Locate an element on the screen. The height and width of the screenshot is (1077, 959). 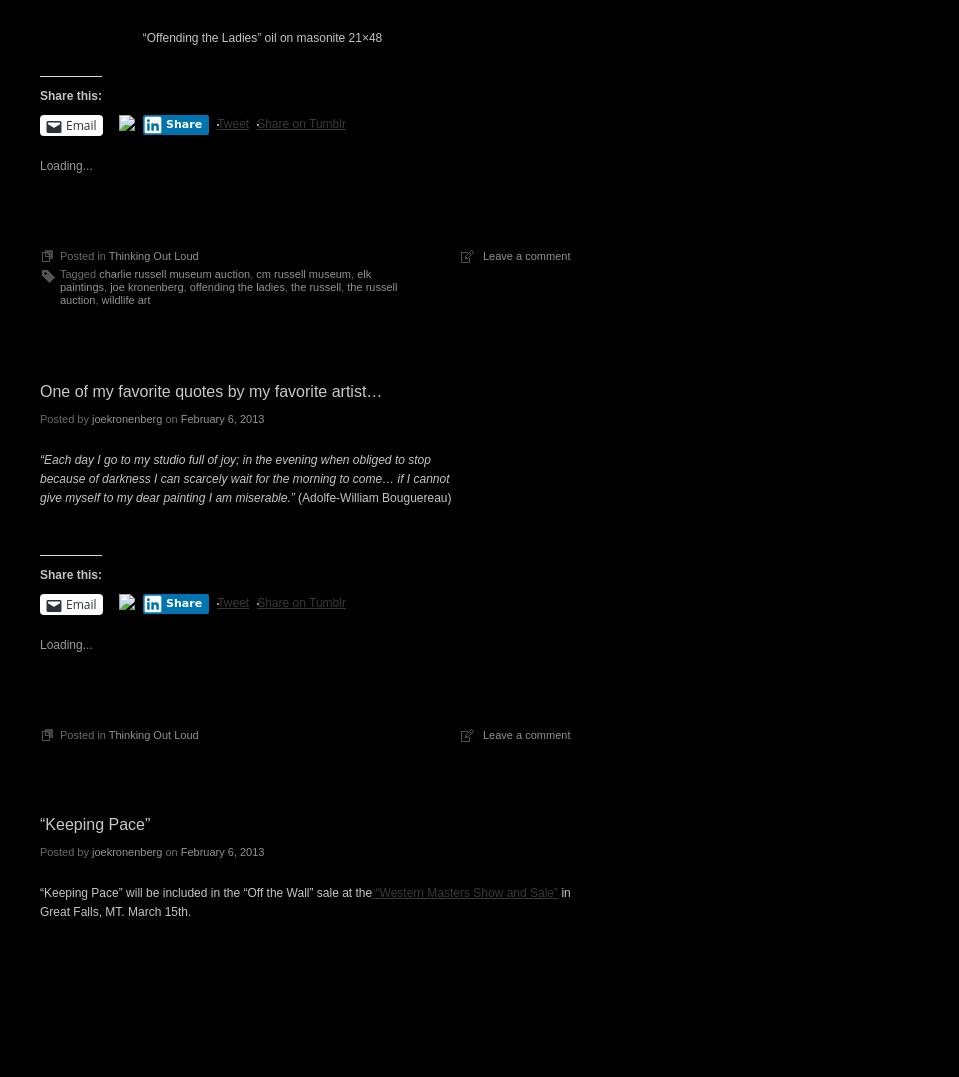
'“Each day I go to my studio full of joy; in the evening when obliged to stop' is located at coordinates (234, 459).